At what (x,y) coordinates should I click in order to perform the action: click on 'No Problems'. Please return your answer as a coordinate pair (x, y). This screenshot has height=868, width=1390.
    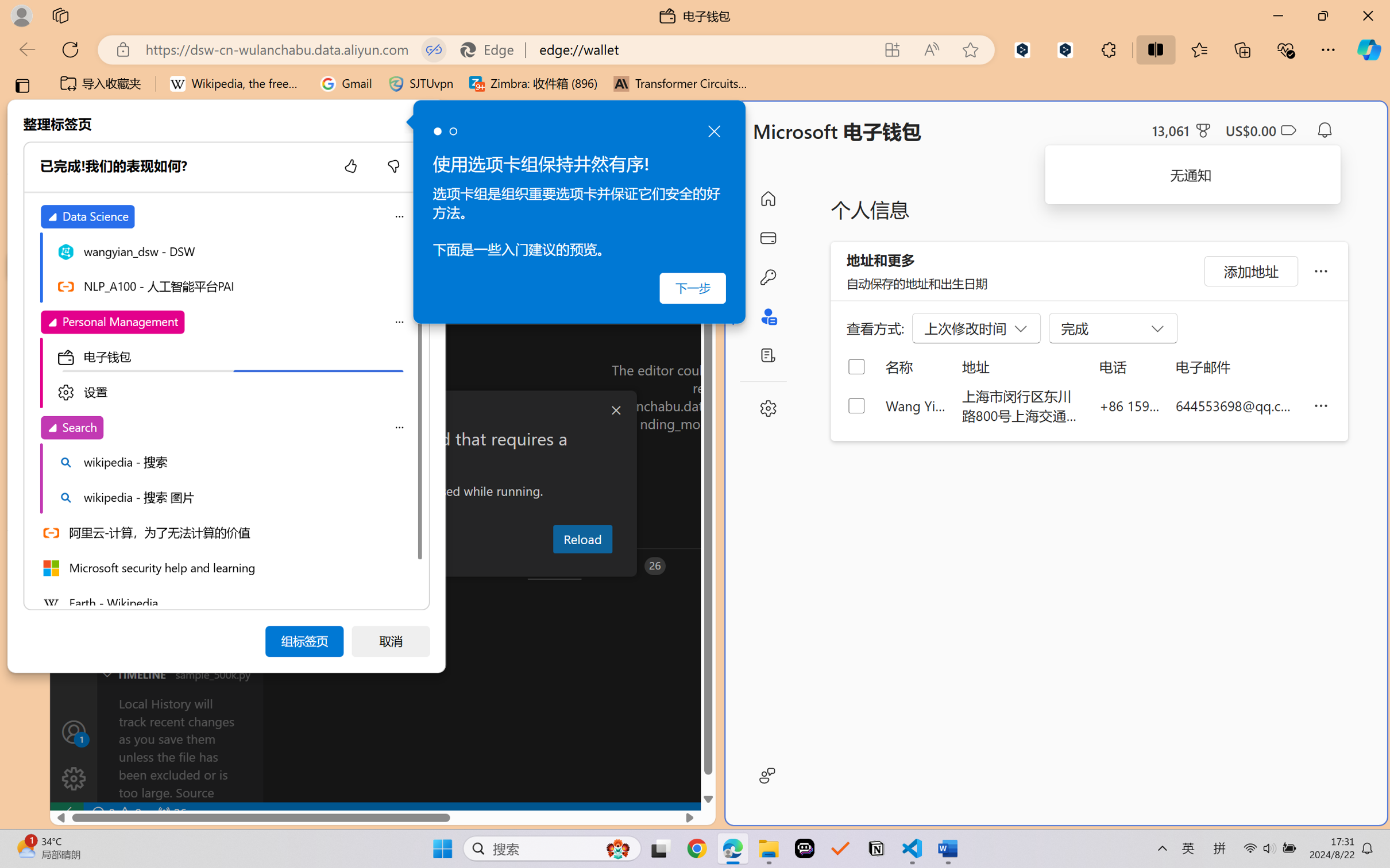
    Looking at the image, I should click on (115, 812).